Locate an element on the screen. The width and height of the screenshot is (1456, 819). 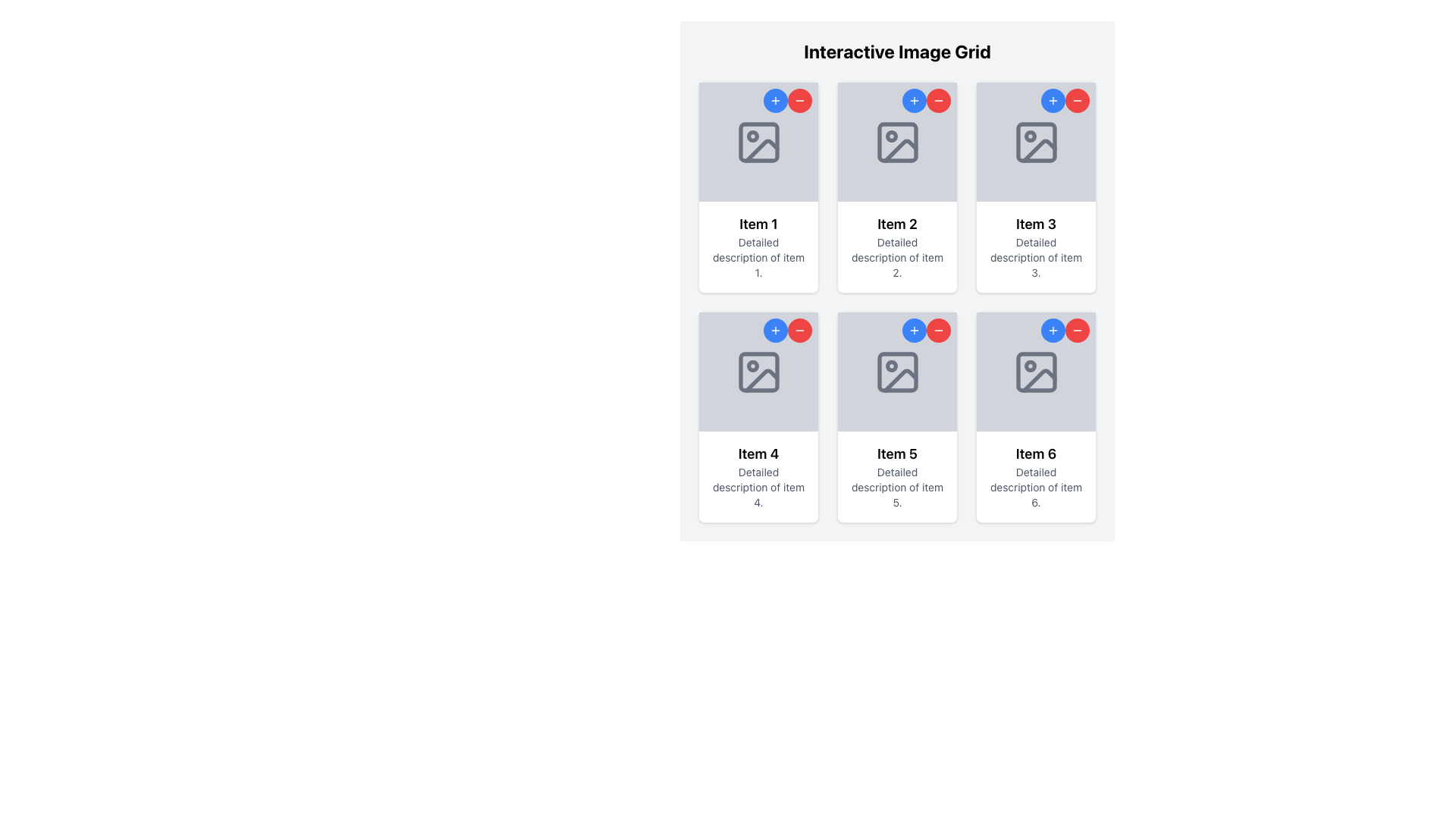
the card containing the text block with the bold title 'Item 1' and description 'Detailed description of item 1' located in the bottom section of the card is located at coordinates (758, 246).